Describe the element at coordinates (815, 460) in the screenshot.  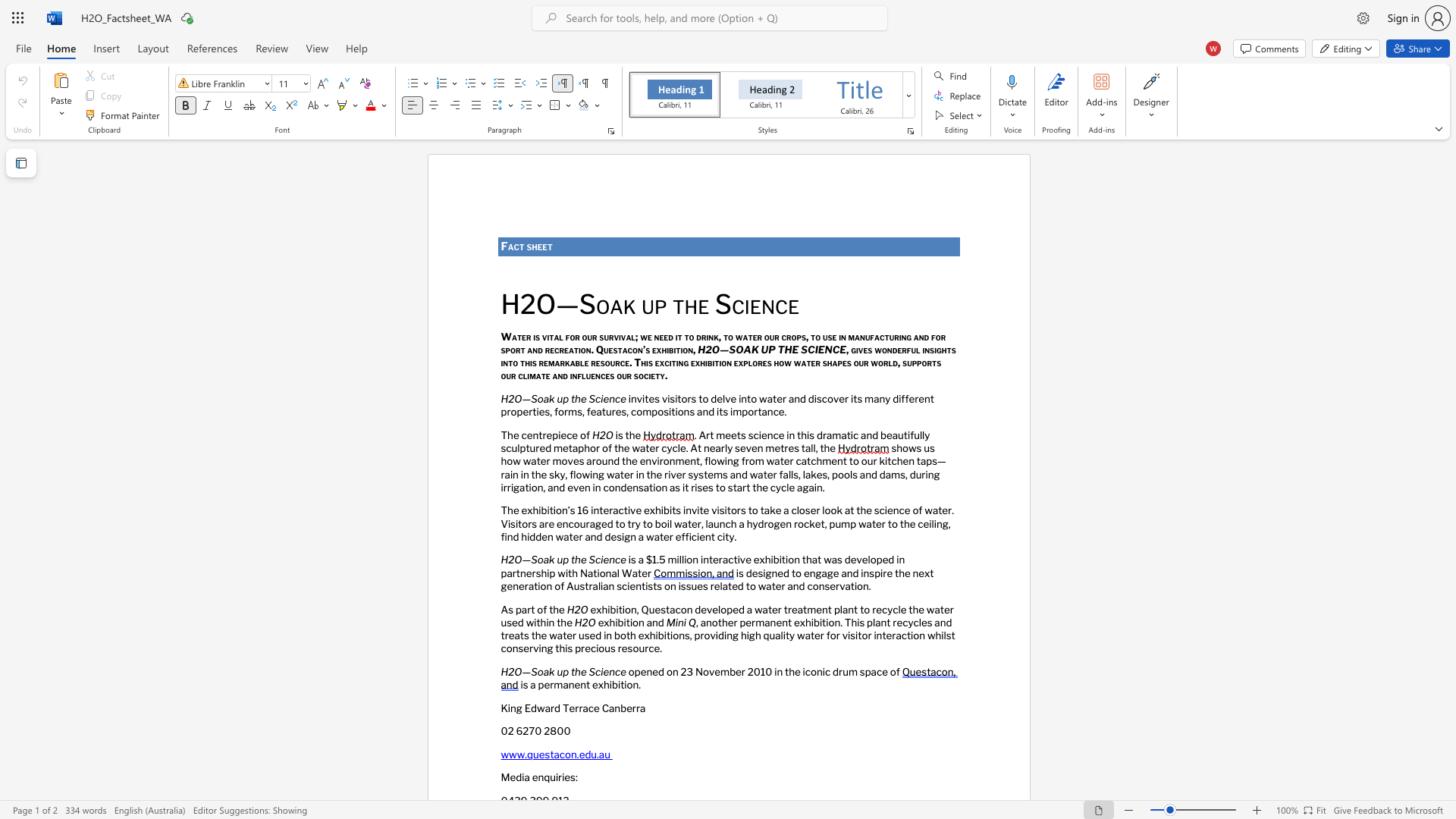
I see `the subset text "hment to our kitchen" within the text "shows us how water moves around the environment, flowing from water catchment to our kitchen taps"` at that location.